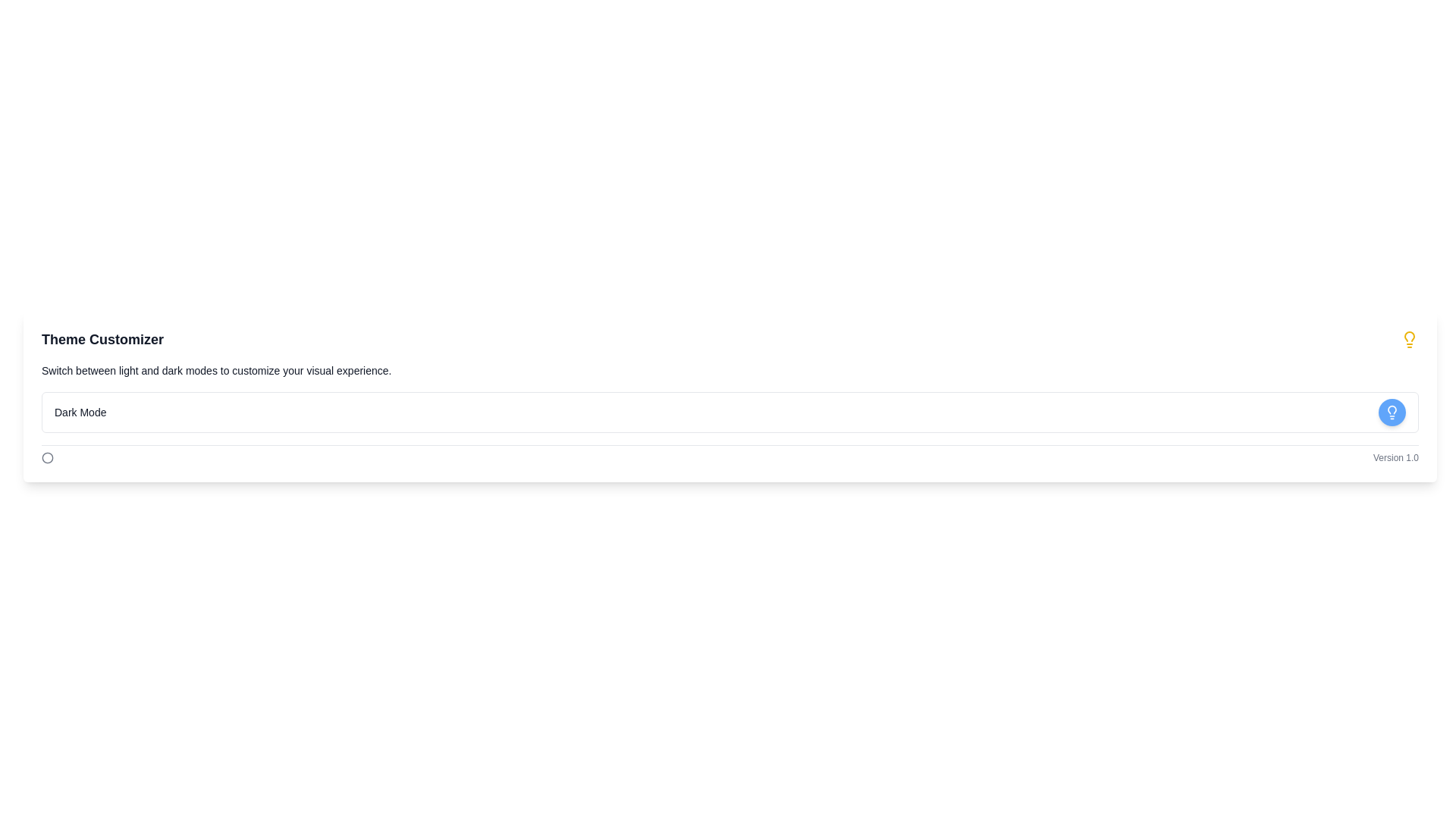 The height and width of the screenshot is (819, 1456). What do you see at coordinates (1392, 412) in the screenshot?
I see `the circular blue button with a white light bulb symbol located at the far-right edge of the 'Dark Mode' section` at bounding box center [1392, 412].